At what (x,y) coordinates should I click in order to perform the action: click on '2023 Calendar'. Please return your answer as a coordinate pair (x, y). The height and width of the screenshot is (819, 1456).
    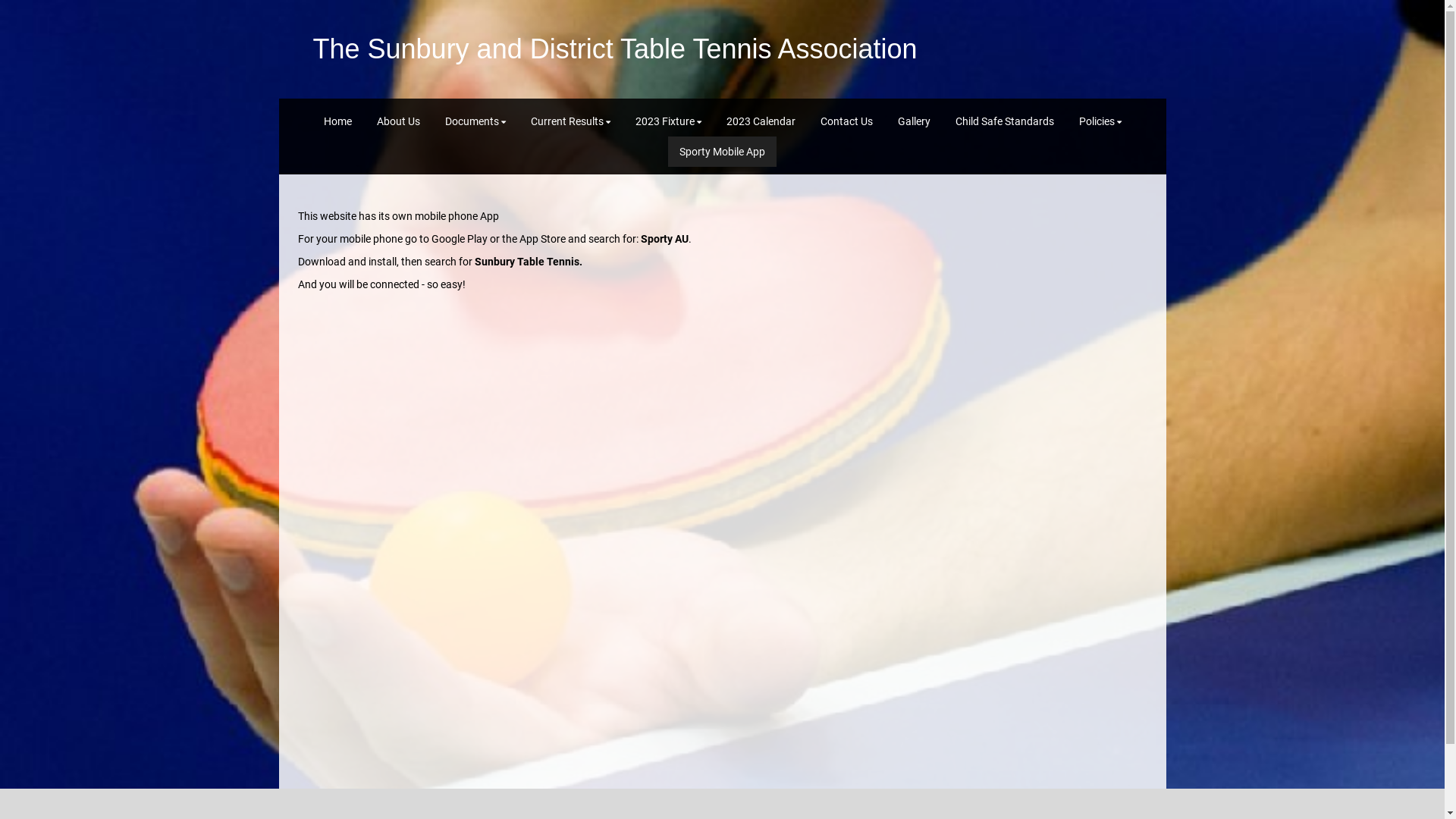
    Looking at the image, I should click on (760, 120).